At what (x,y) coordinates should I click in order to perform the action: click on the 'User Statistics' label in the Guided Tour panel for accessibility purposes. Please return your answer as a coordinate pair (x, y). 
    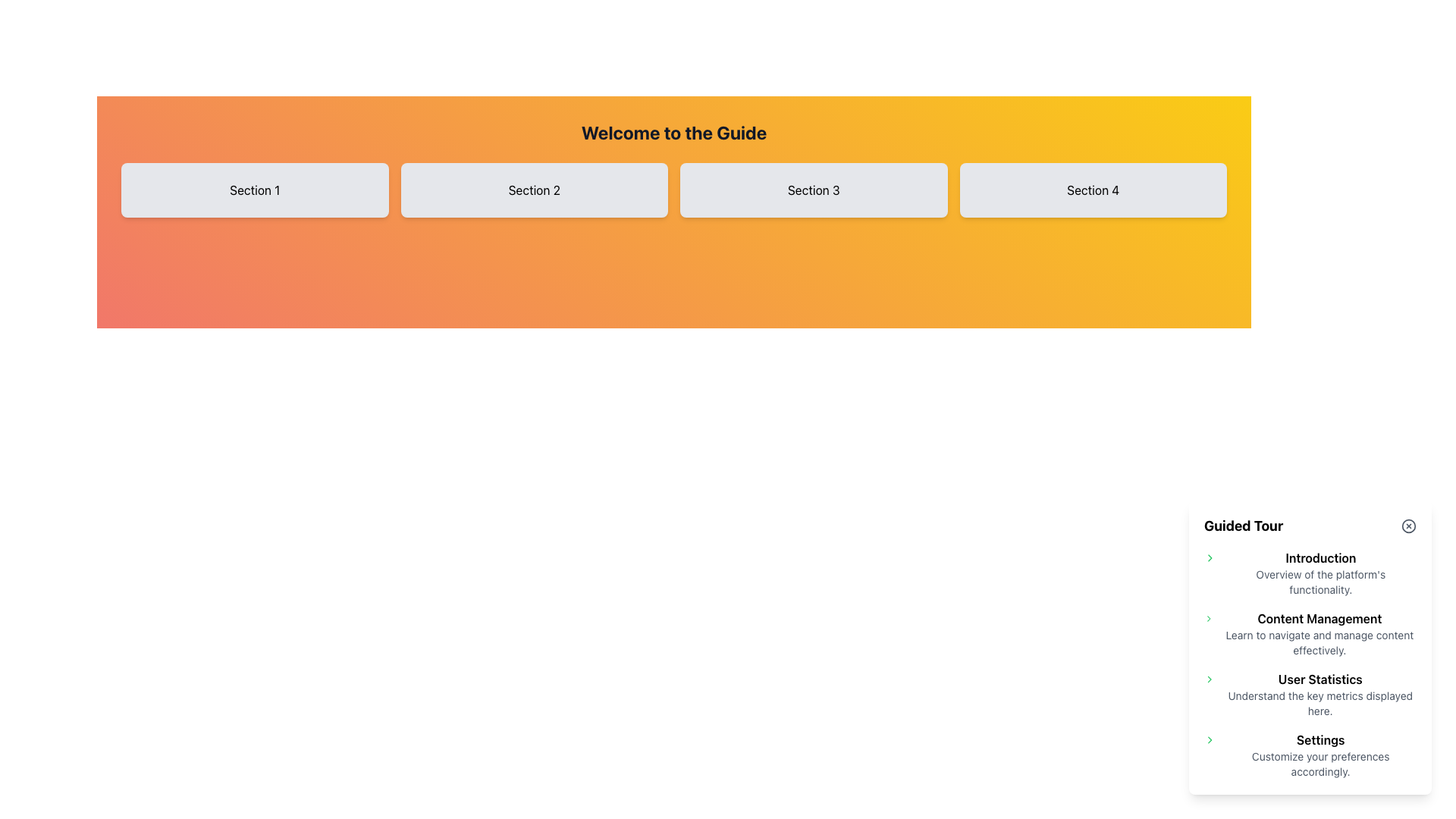
    Looking at the image, I should click on (1319, 694).